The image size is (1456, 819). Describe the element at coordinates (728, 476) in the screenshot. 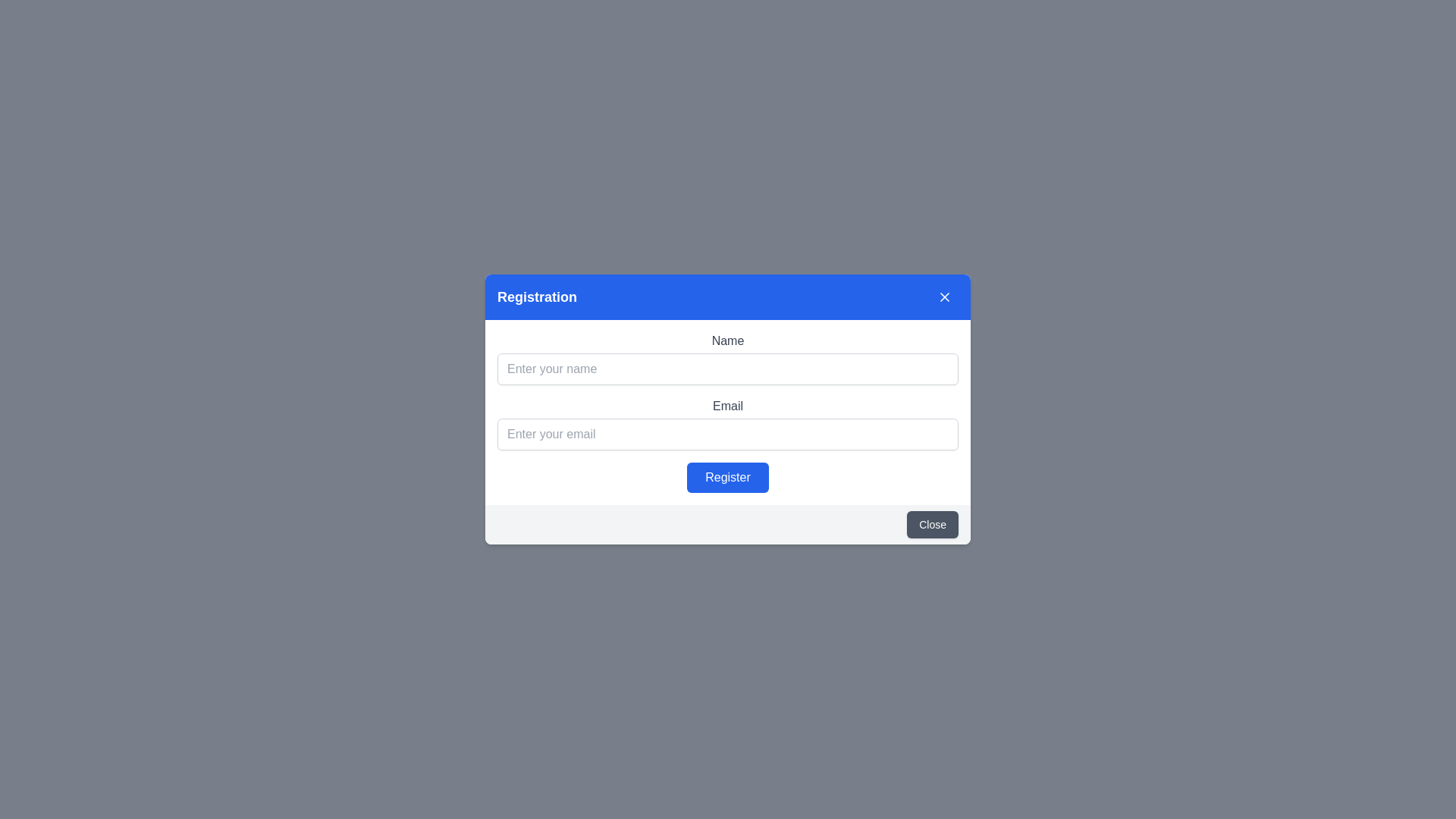

I see `the 'Register' button with rounded corners and a blue background to activate its hover effects` at that location.